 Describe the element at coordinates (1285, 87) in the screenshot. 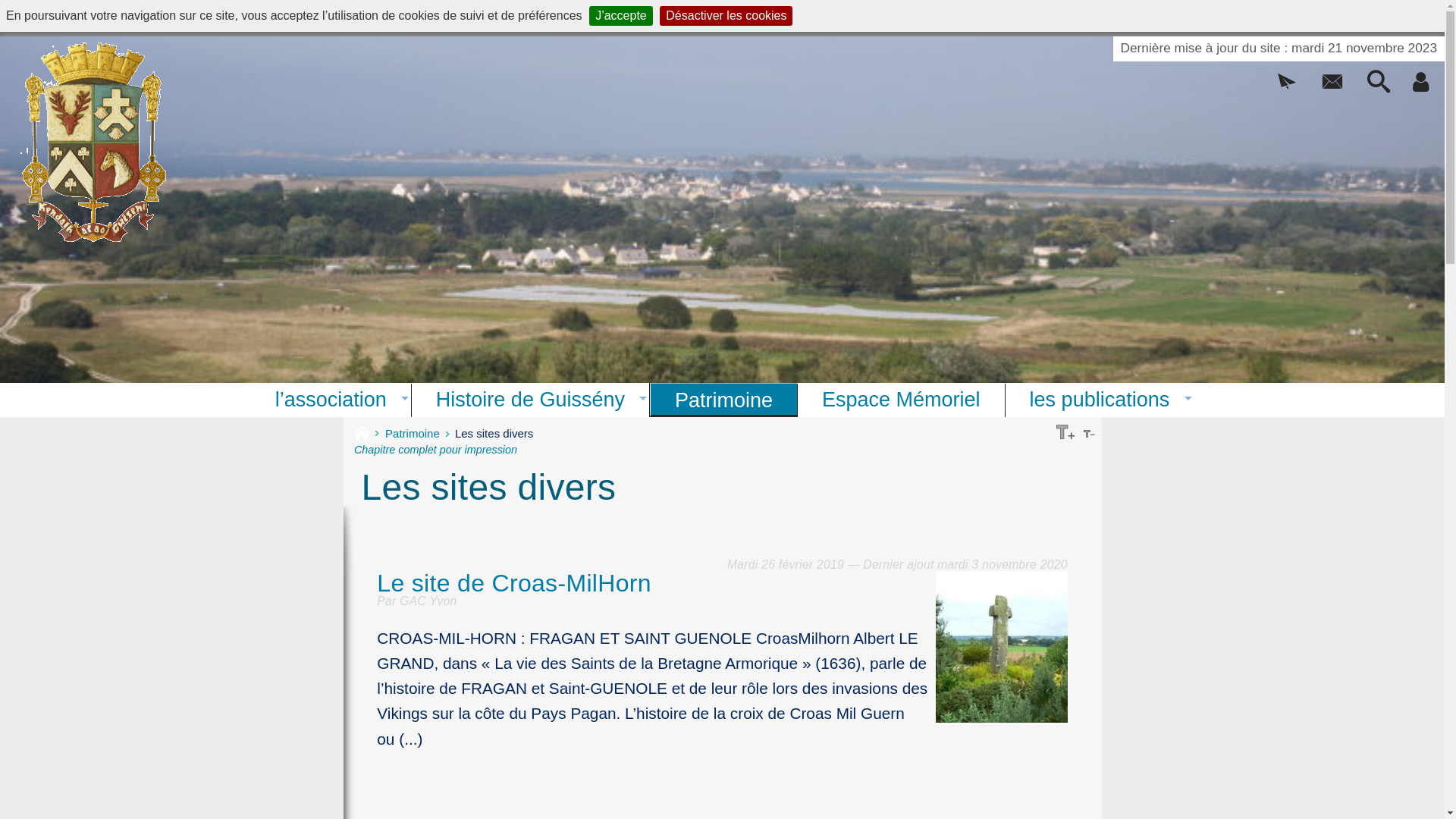

I see `'Recevoir la newsletter du site'` at that location.